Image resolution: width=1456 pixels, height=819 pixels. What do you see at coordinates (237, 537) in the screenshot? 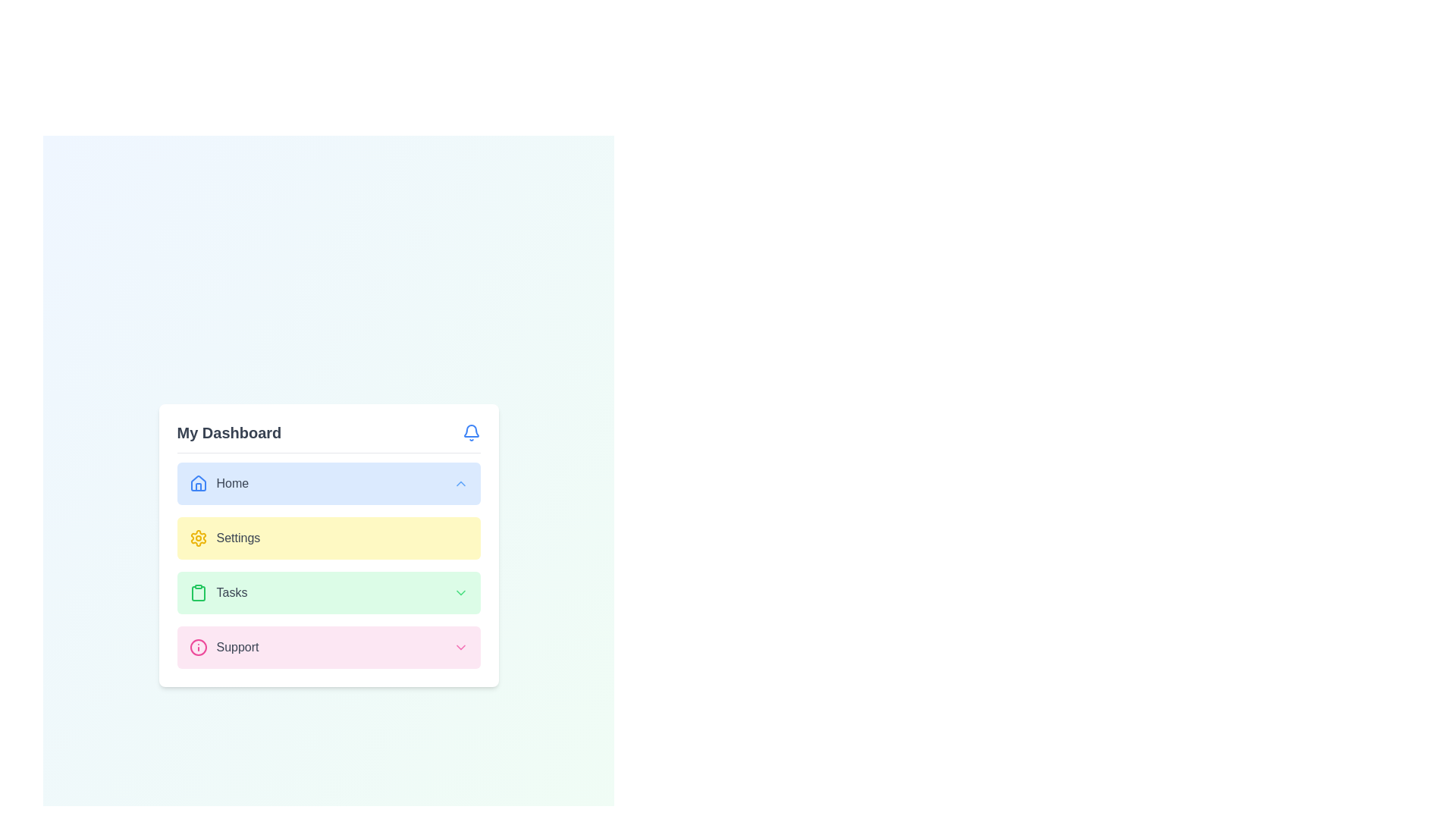
I see `the 'Settings' text label, which is styled with a medium font weight in gray and is the second item in a list on a UI card, located next to a yellow gear icon` at bounding box center [237, 537].